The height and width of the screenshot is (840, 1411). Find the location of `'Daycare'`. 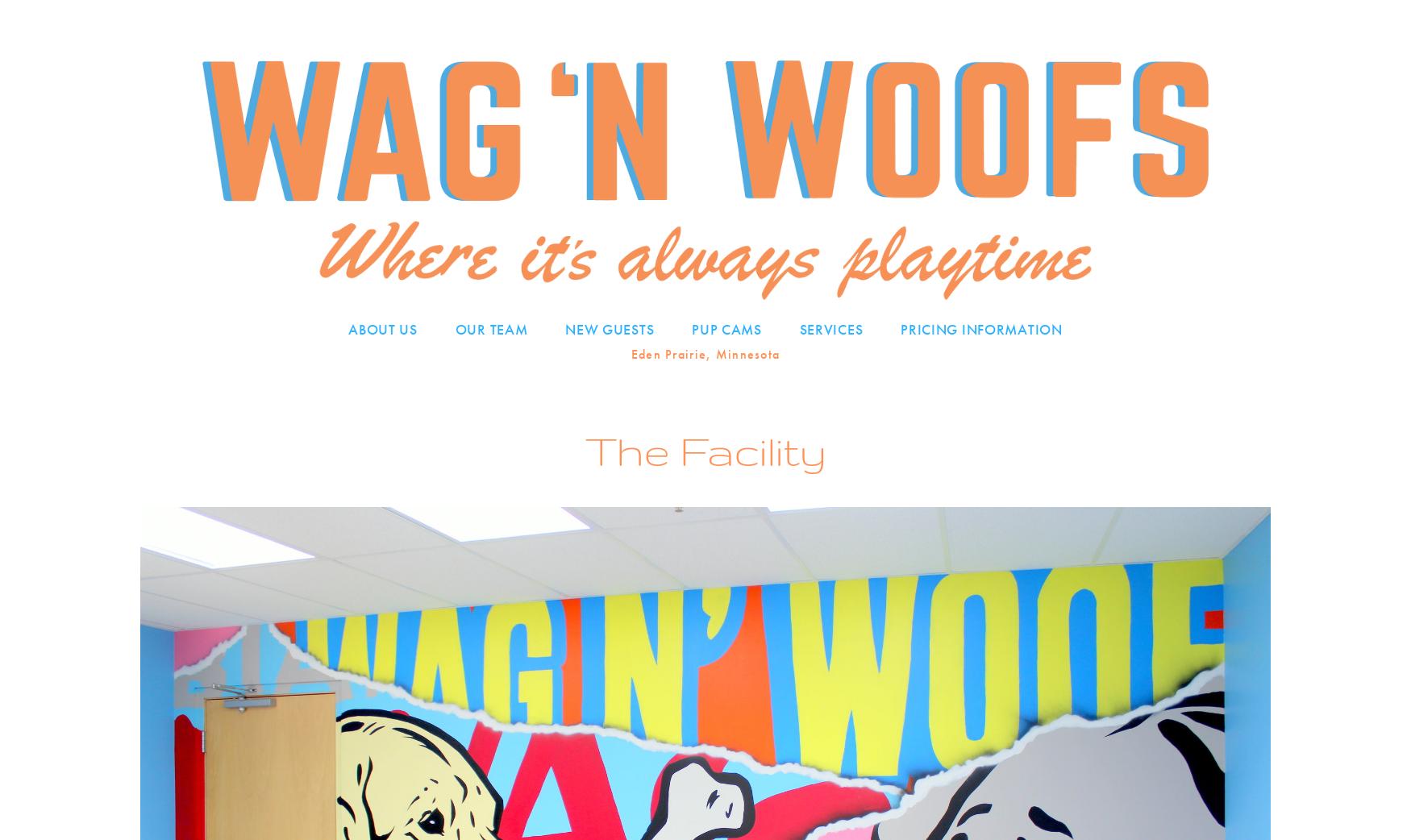

'Daycare' is located at coordinates (830, 360).